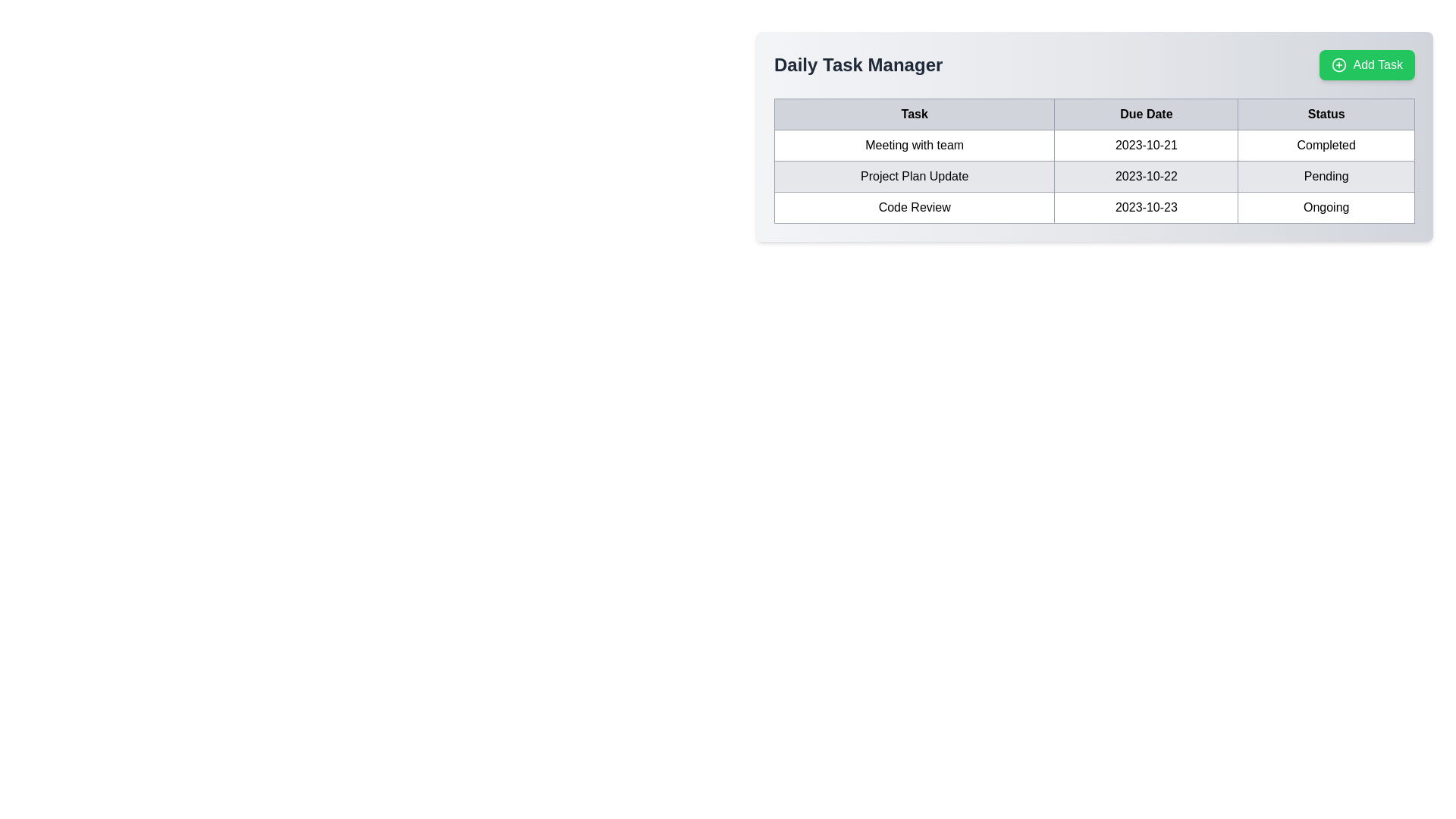  What do you see at coordinates (1094, 207) in the screenshot?
I see `the task entry row located in the third row of the task management table` at bounding box center [1094, 207].